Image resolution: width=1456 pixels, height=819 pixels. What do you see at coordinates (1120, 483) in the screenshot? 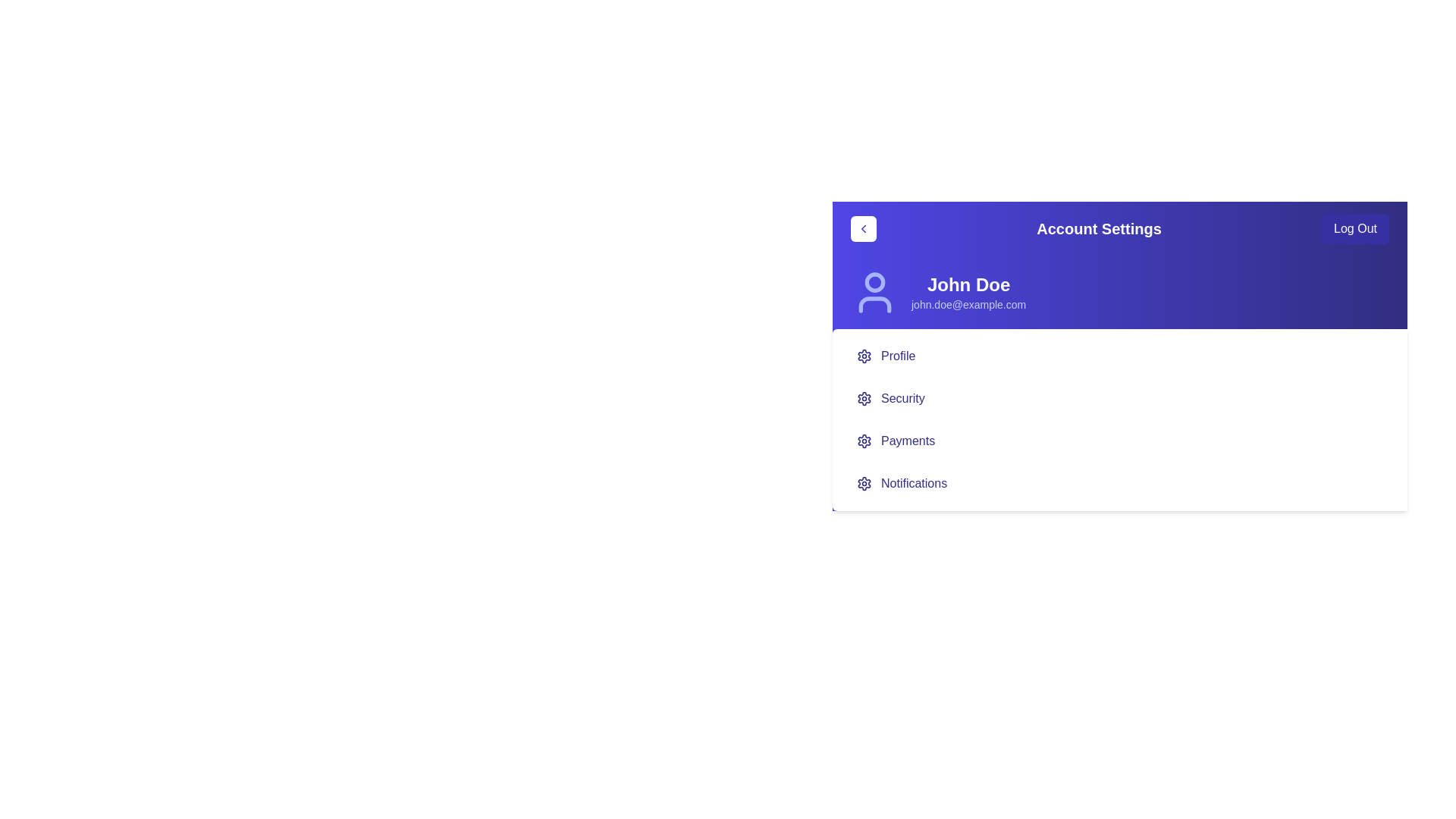
I see `the 'Notifications' menu item, which is the fourth item in the vertical menu list` at bounding box center [1120, 483].